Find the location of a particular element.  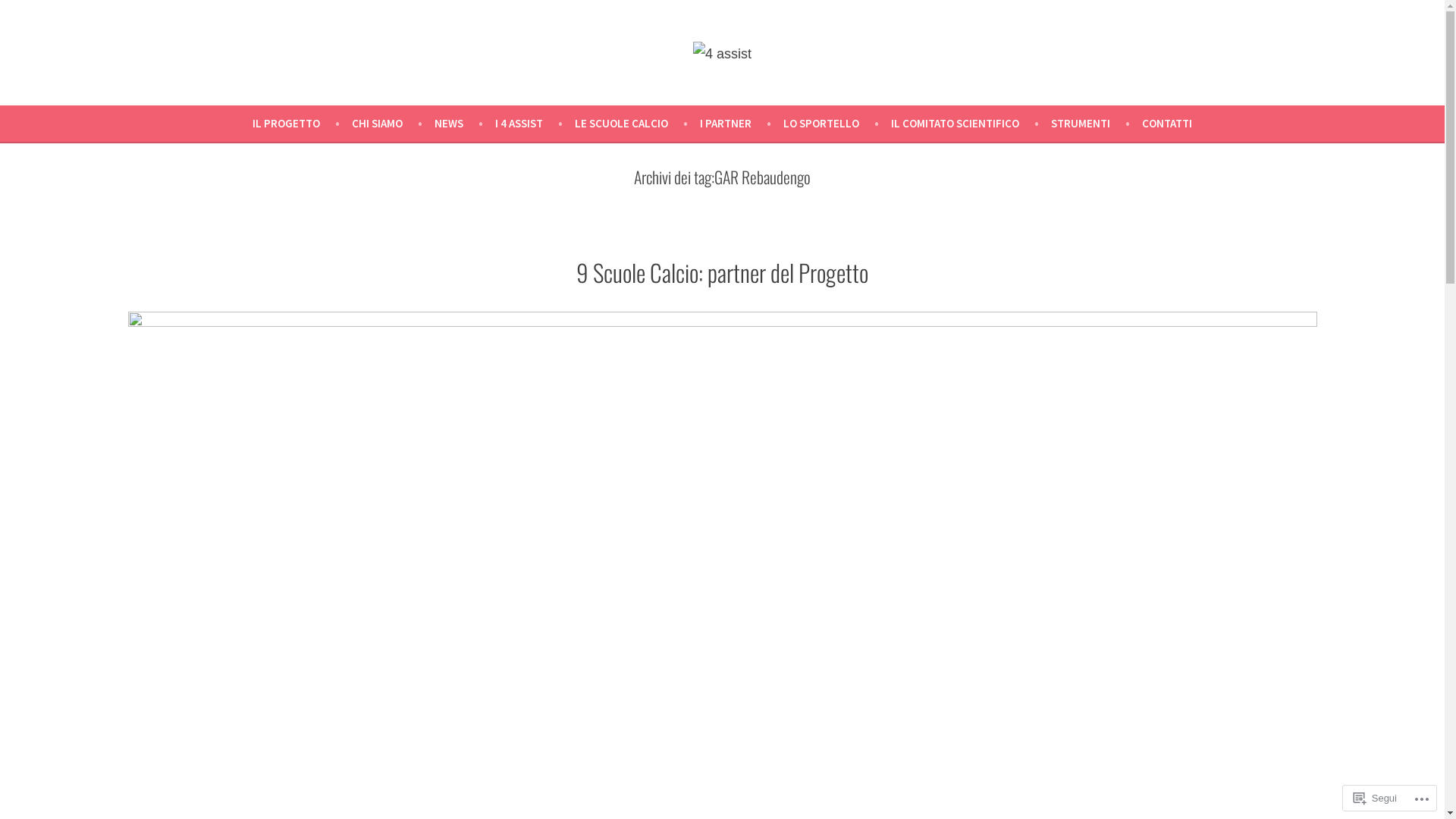

'NEWS' is located at coordinates (433, 122).